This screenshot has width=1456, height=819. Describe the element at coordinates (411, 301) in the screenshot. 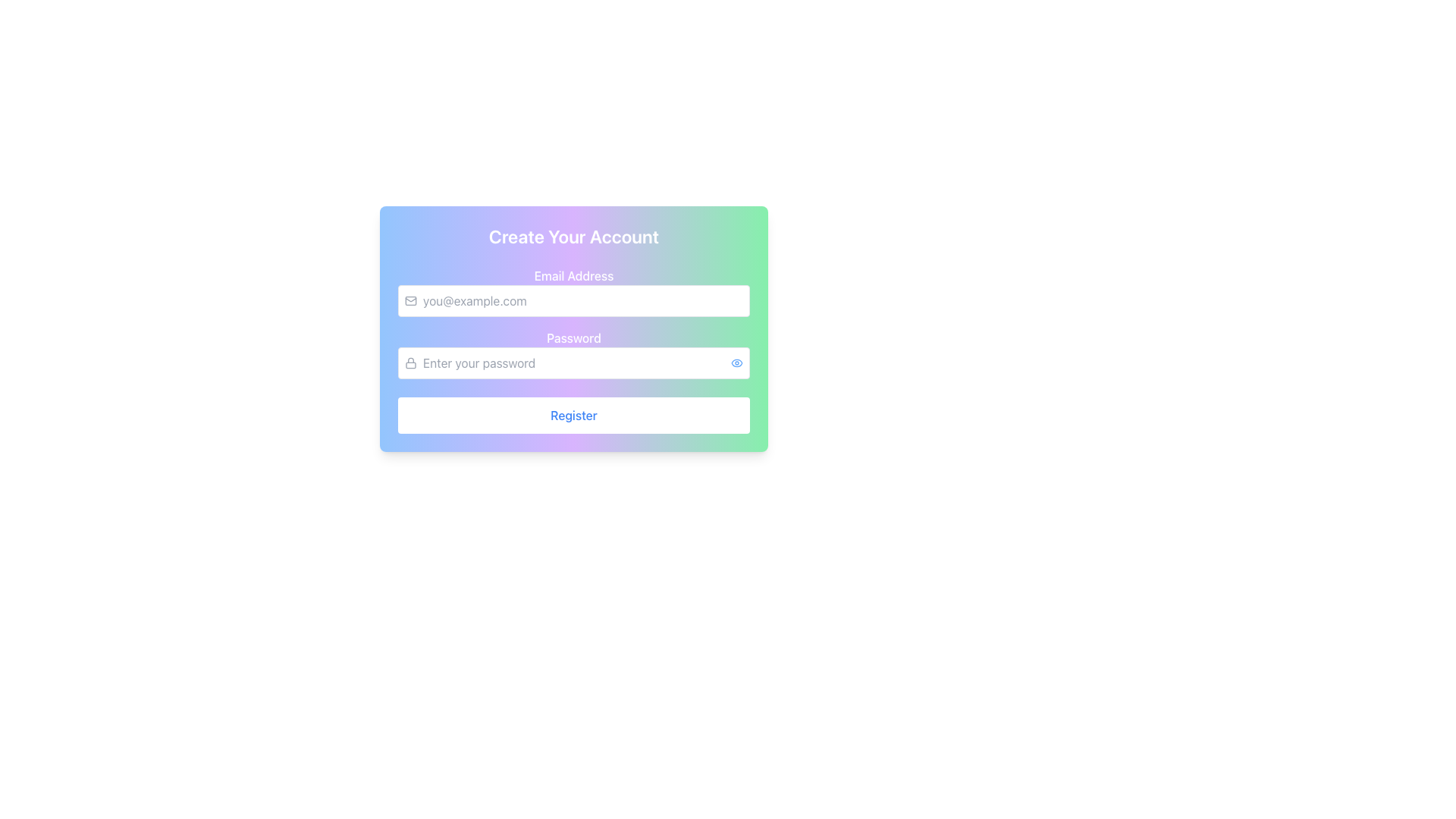

I see `the mail envelope icon, which is located in the left section of the email address input field, immediately before the input field placeholder text` at that location.